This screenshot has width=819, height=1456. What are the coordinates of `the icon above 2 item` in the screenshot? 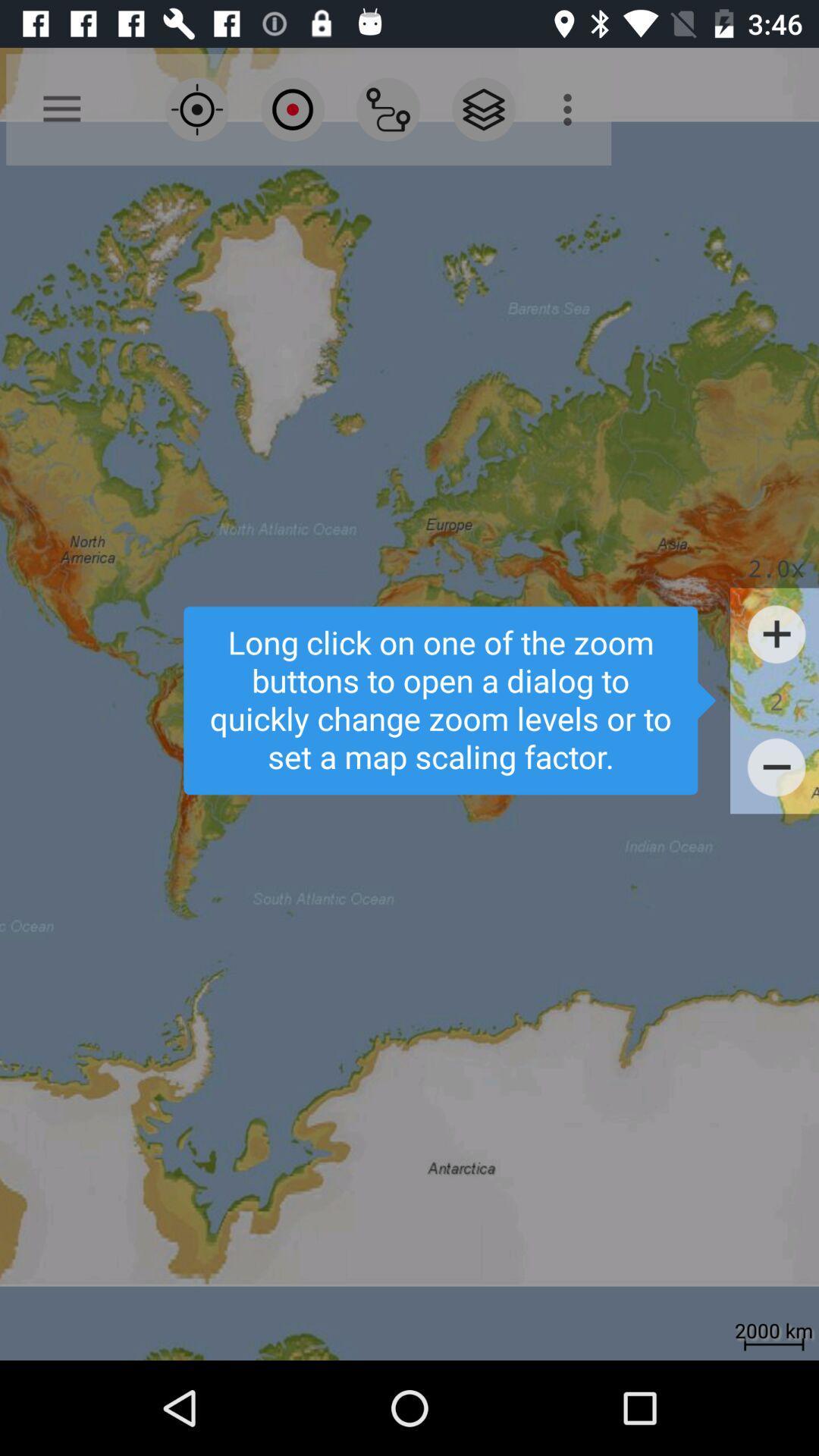 It's located at (777, 634).